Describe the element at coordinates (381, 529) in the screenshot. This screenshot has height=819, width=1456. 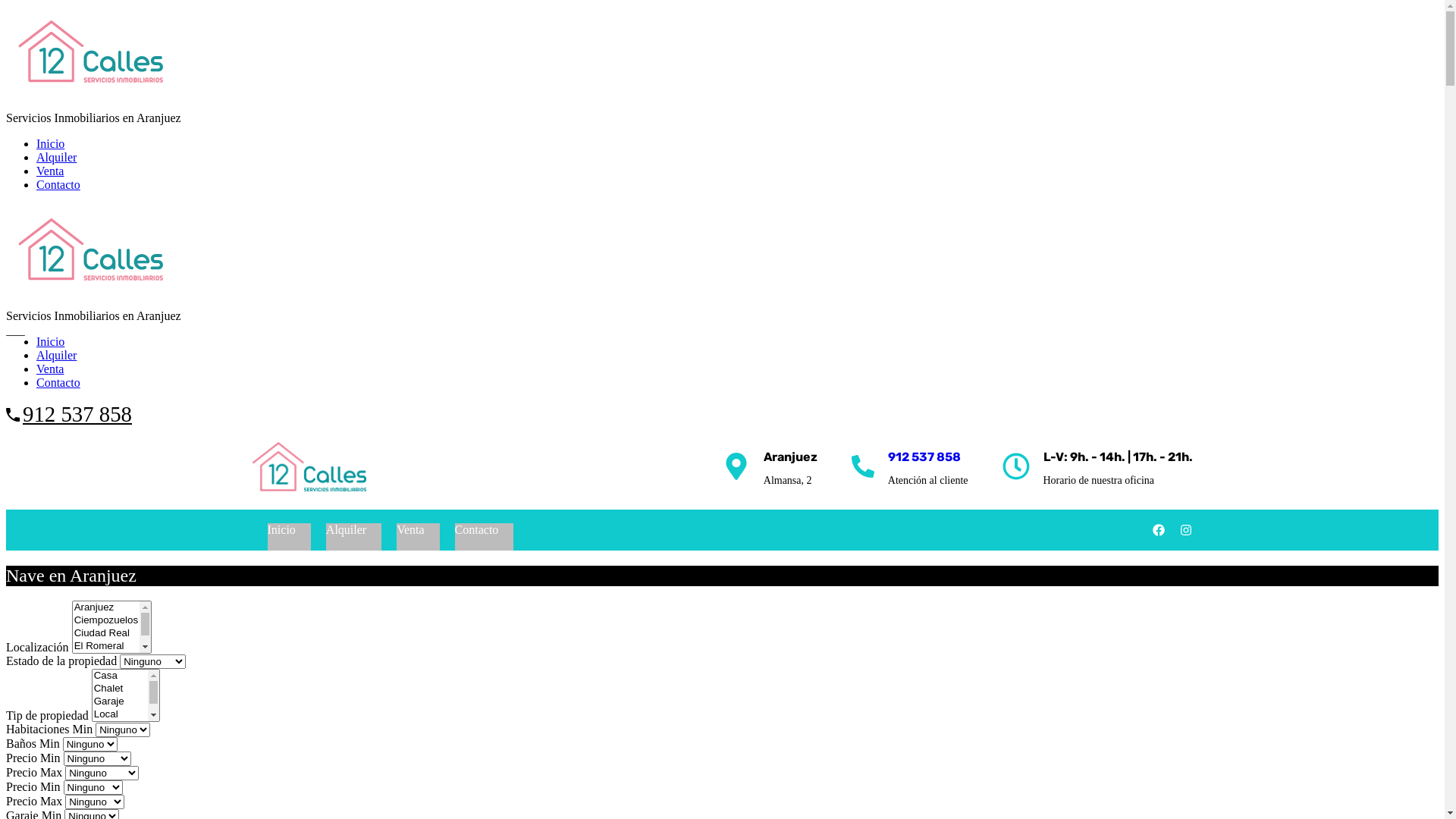
I see `'Venta'` at that location.